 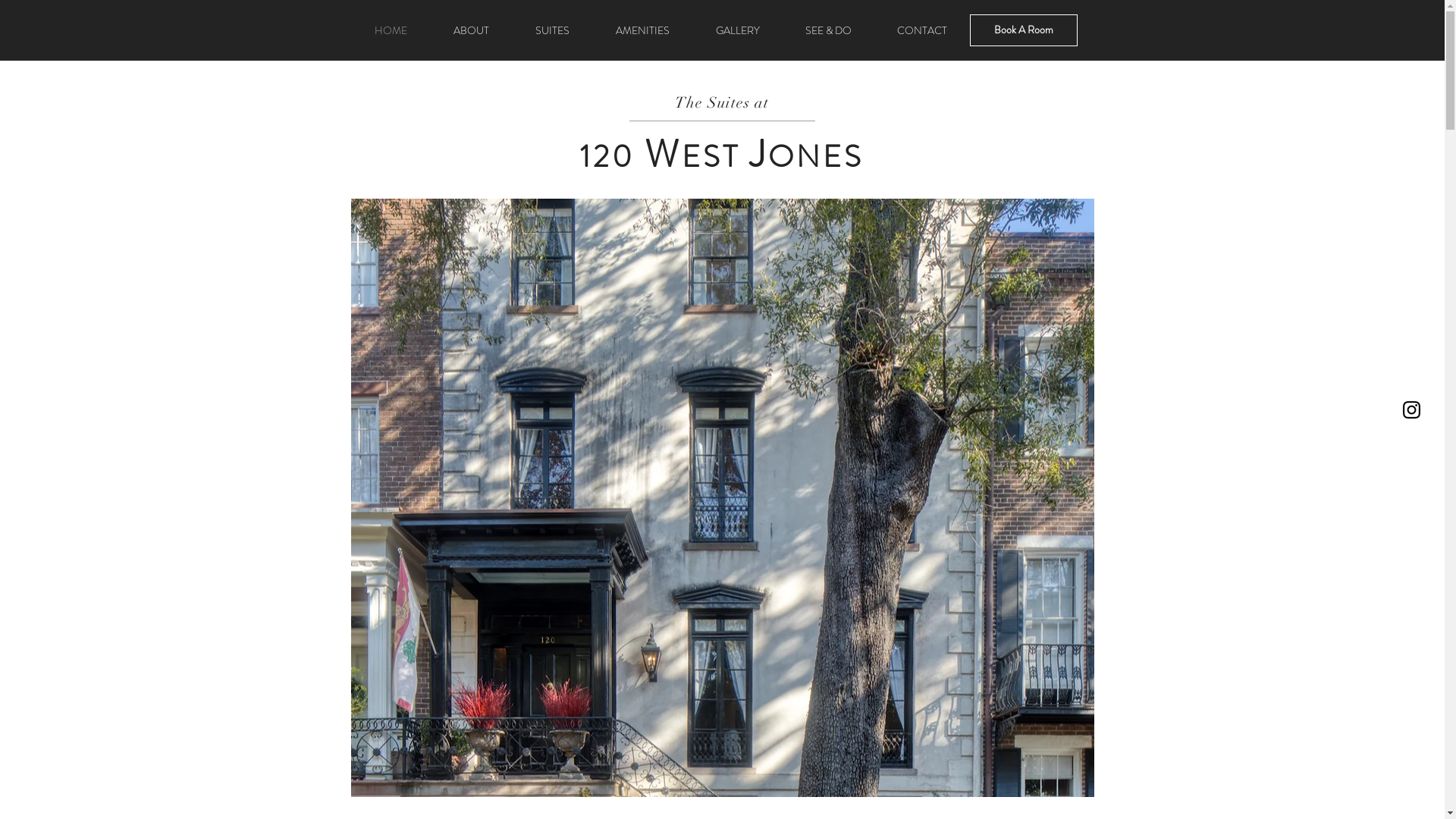 What do you see at coordinates (1022, 30) in the screenshot?
I see `'Book A Room'` at bounding box center [1022, 30].